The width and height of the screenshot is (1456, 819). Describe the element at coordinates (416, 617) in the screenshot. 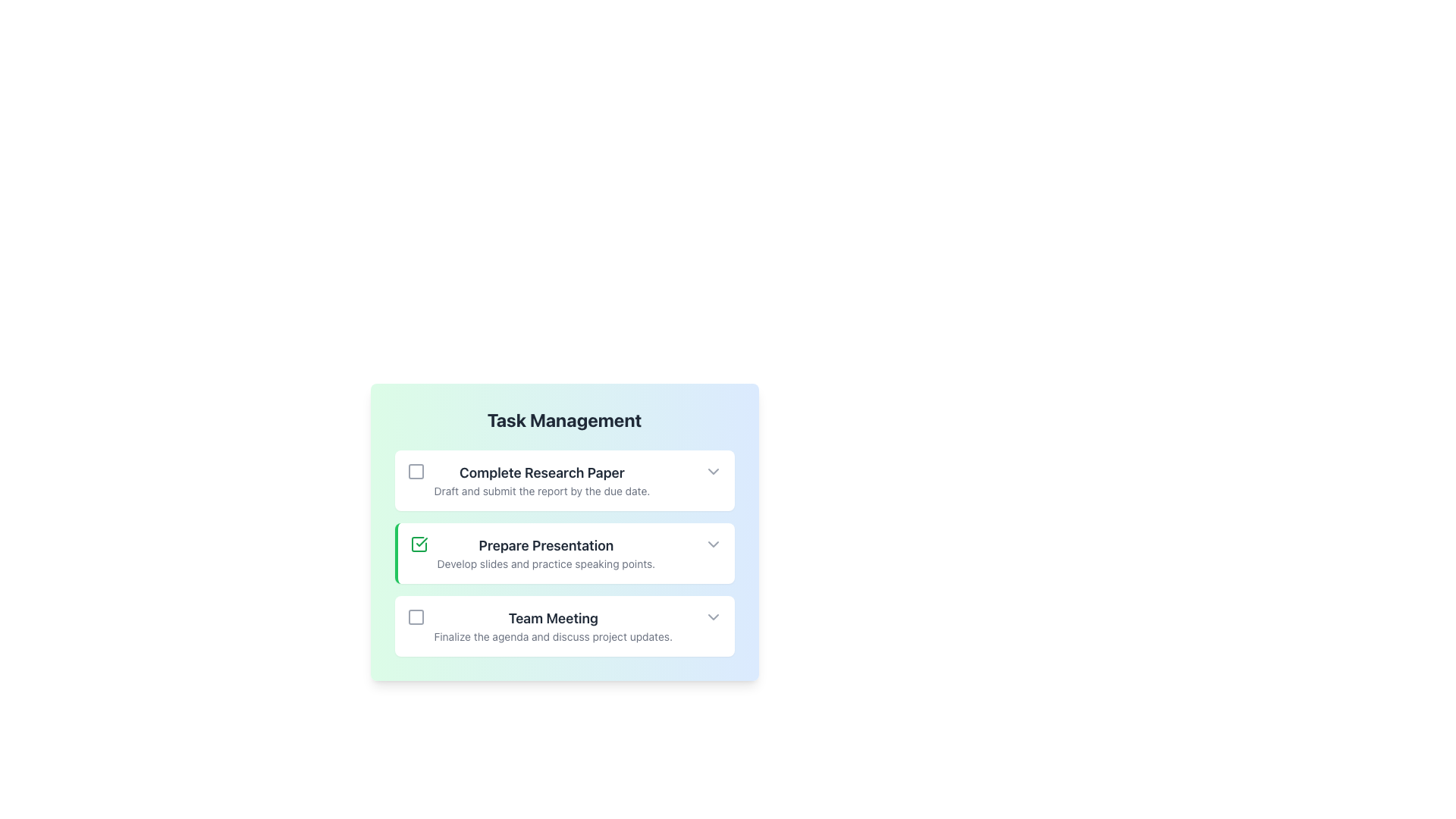

I see `the Checkbox element for the 'Team Meeting' task` at that location.